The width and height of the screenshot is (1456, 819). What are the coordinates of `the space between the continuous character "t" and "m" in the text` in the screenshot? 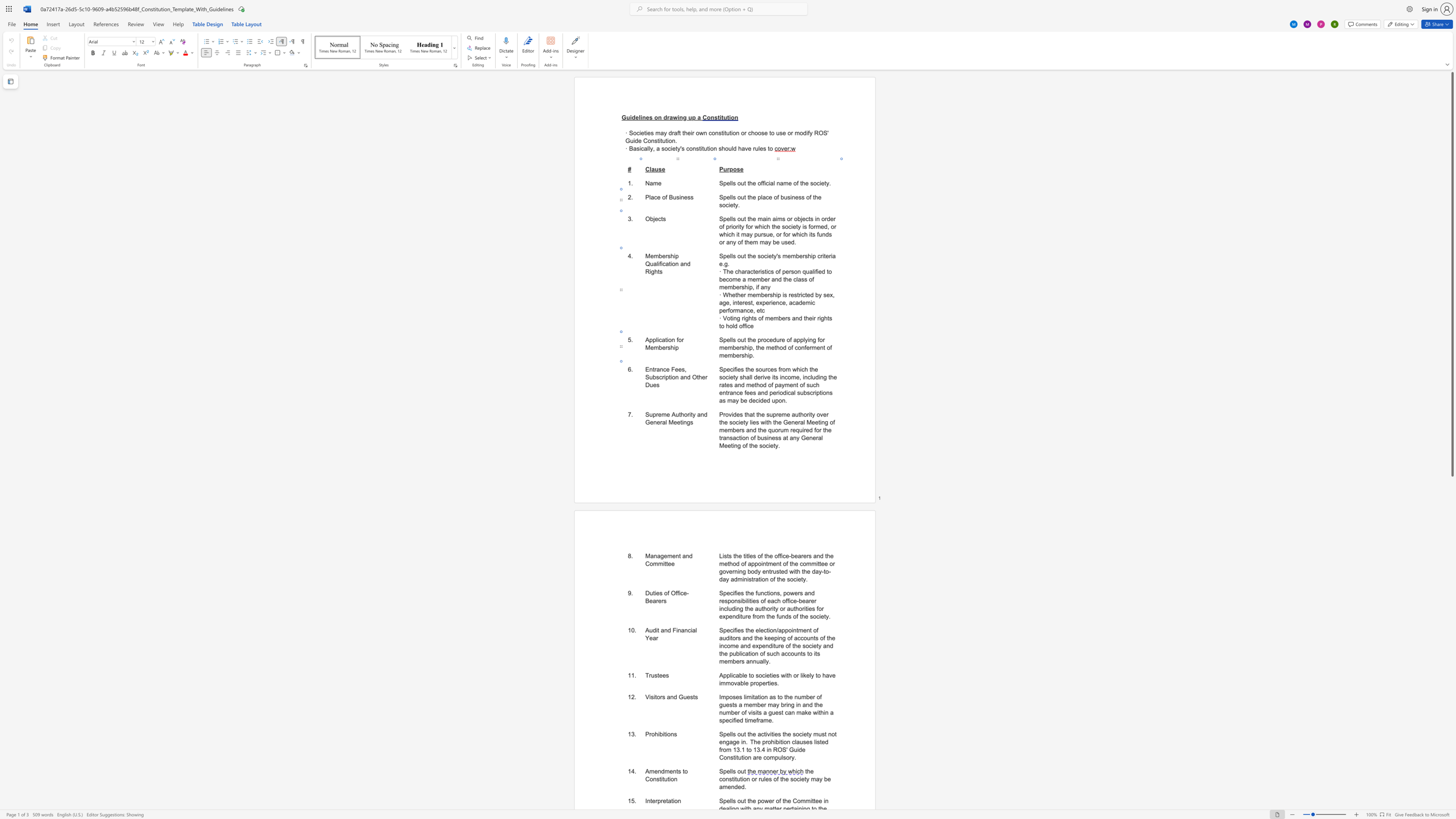 It's located at (768, 563).